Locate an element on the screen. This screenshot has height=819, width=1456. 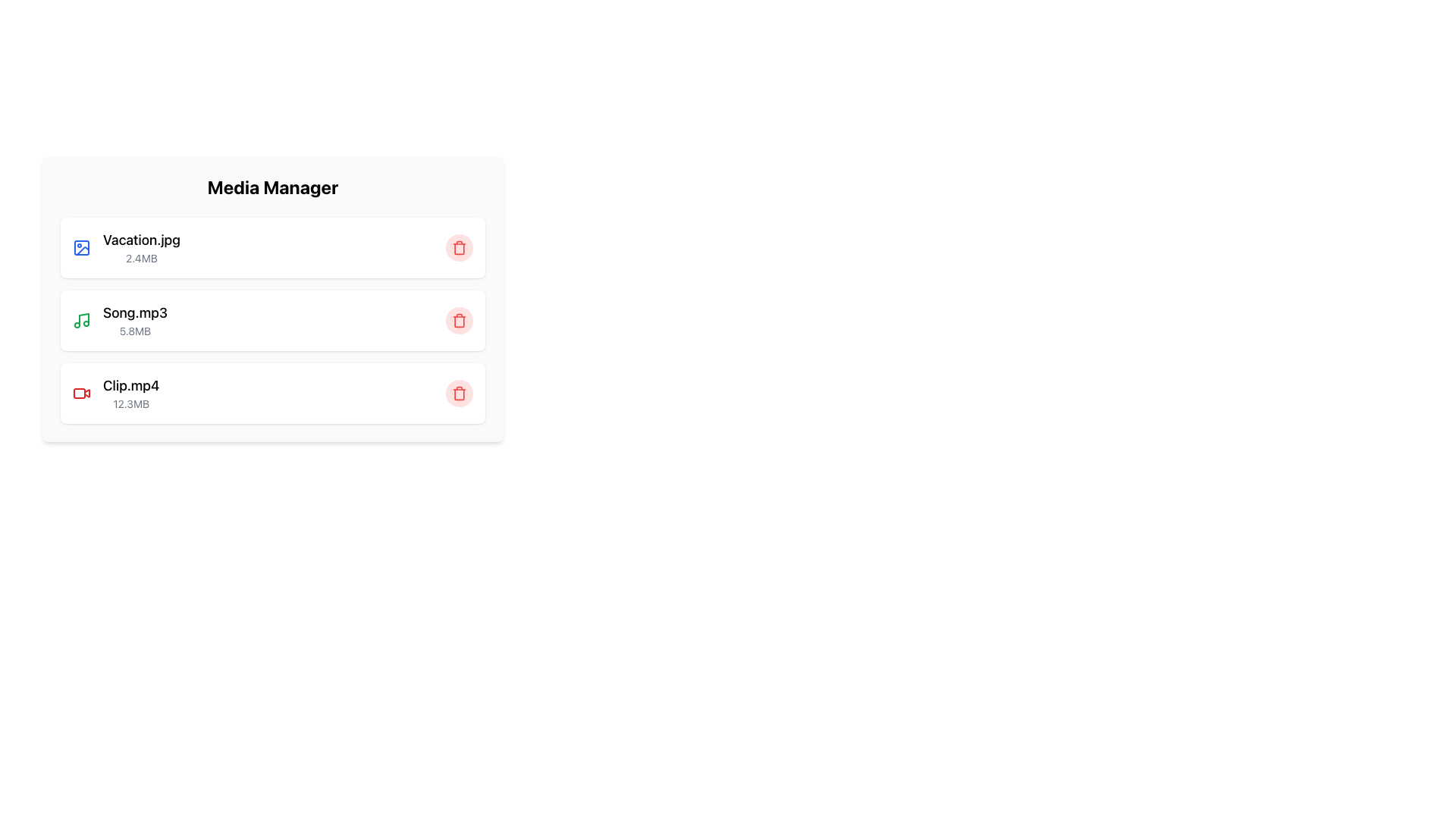
the text display element showing 'Vacation.jpg' is located at coordinates (142, 247).